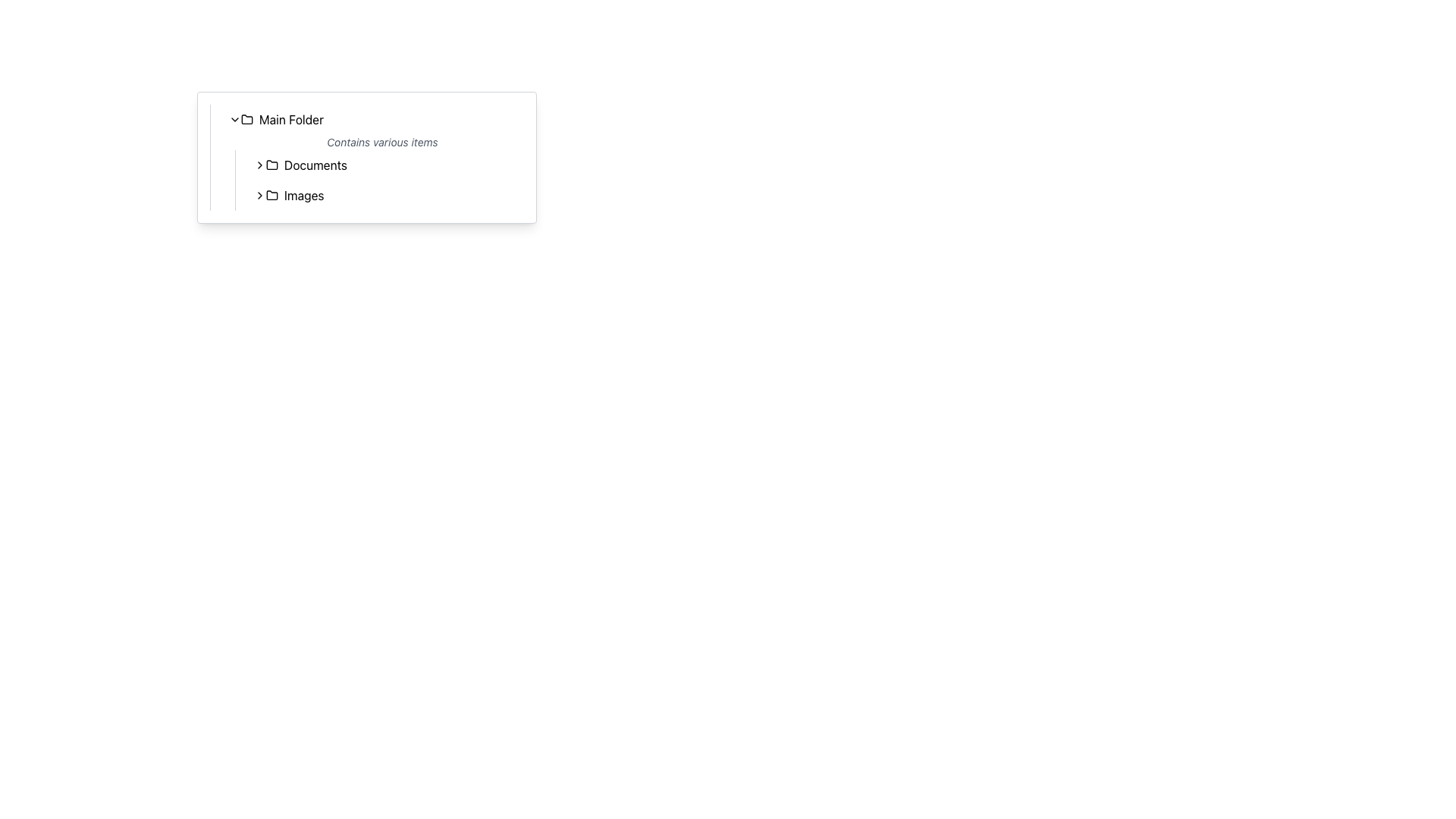 The height and width of the screenshot is (819, 1456). What do you see at coordinates (272, 164) in the screenshot?
I see `the 'Documents' folder icon in the file explorer interface, which visually represents the 'Documents' section and is located to the left of the label text` at bounding box center [272, 164].